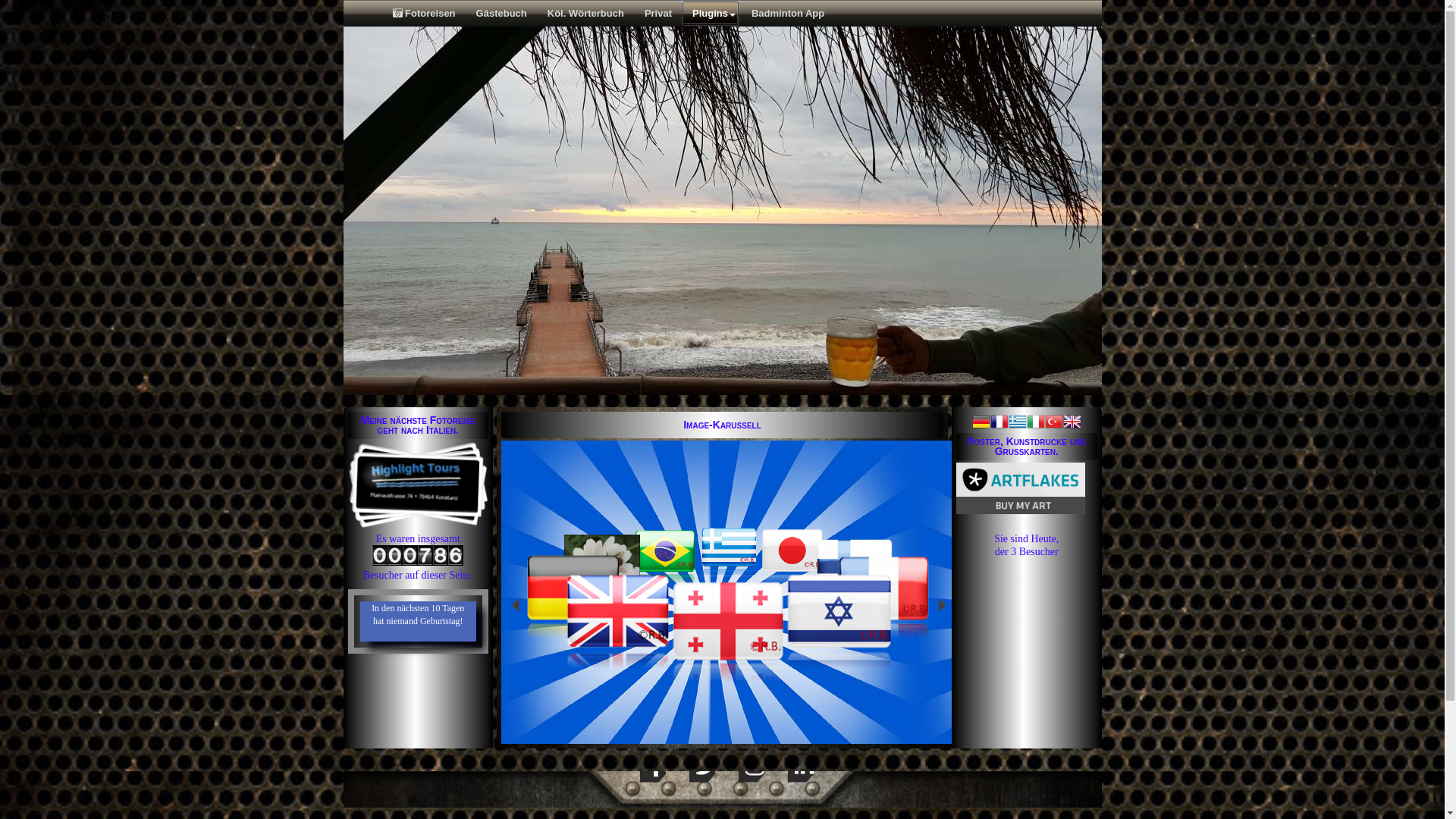  I want to click on 'Plugins', so click(709, 13).